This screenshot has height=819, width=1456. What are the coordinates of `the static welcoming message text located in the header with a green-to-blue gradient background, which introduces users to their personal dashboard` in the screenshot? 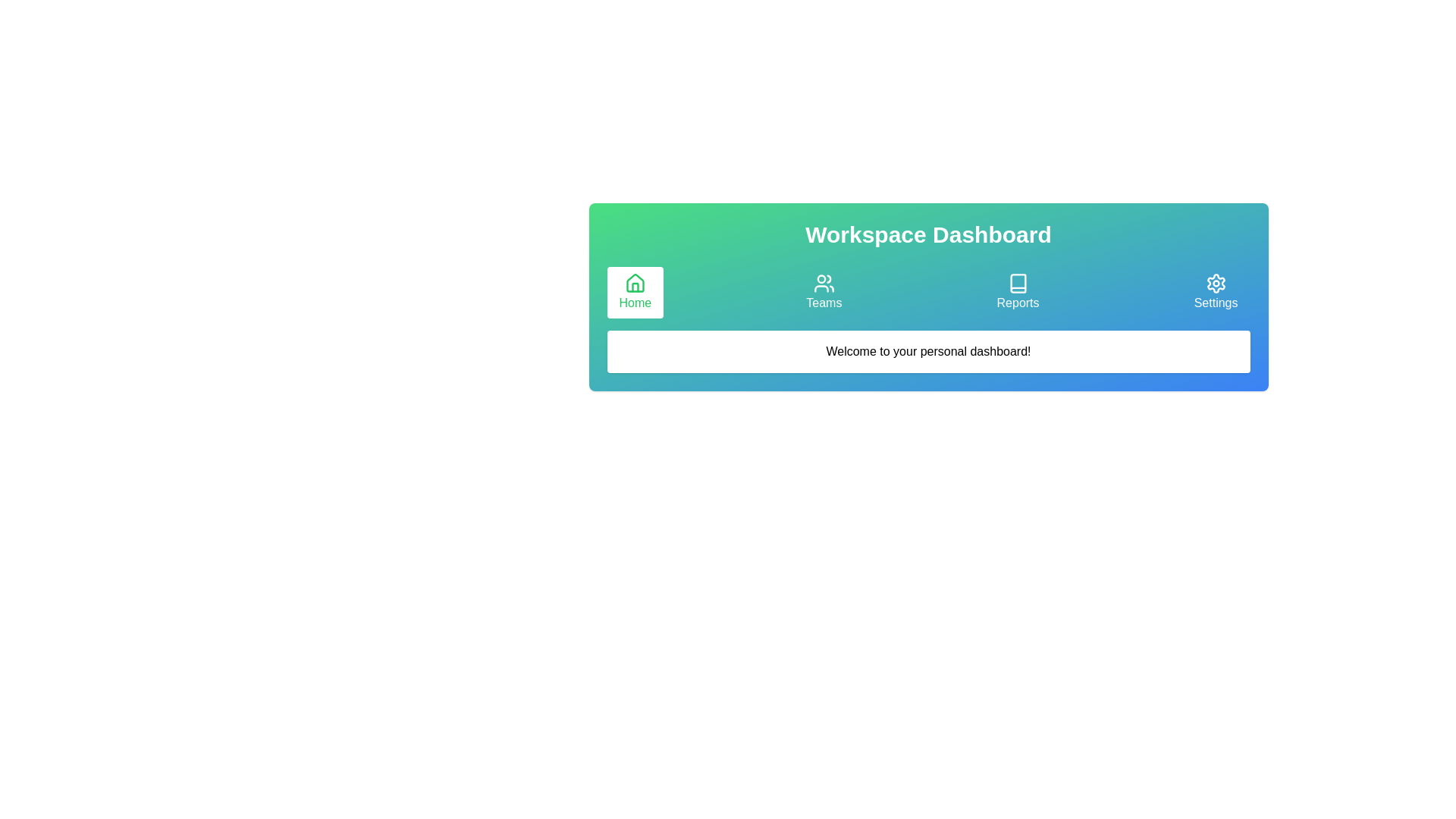 It's located at (927, 351).